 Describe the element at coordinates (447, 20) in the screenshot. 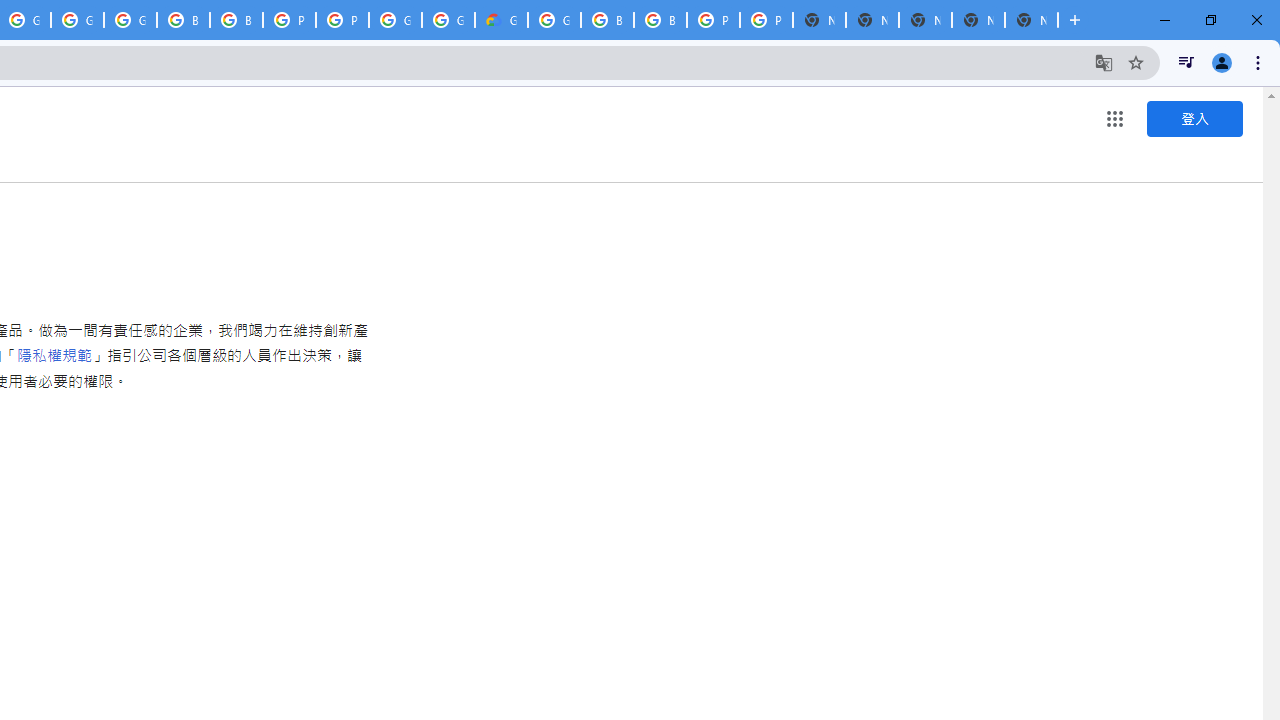

I see `'Google Cloud Platform'` at that location.